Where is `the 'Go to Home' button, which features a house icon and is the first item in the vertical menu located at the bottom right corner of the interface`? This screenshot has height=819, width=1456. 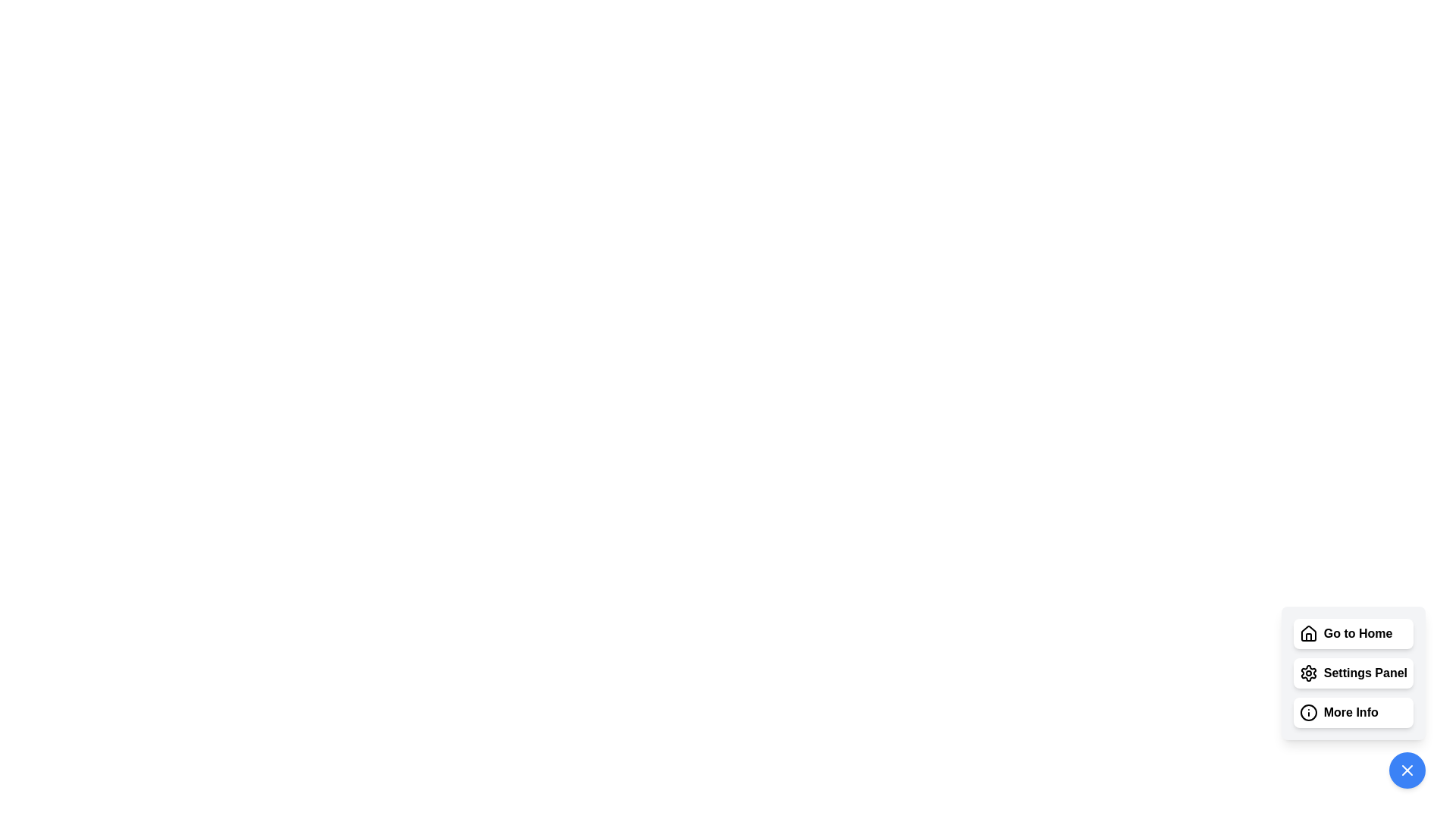 the 'Go to Home' button, which features a house icon and is the first item in the vertical menu located at the bottom right corner of the interface is located at coordinates (1353, 634).